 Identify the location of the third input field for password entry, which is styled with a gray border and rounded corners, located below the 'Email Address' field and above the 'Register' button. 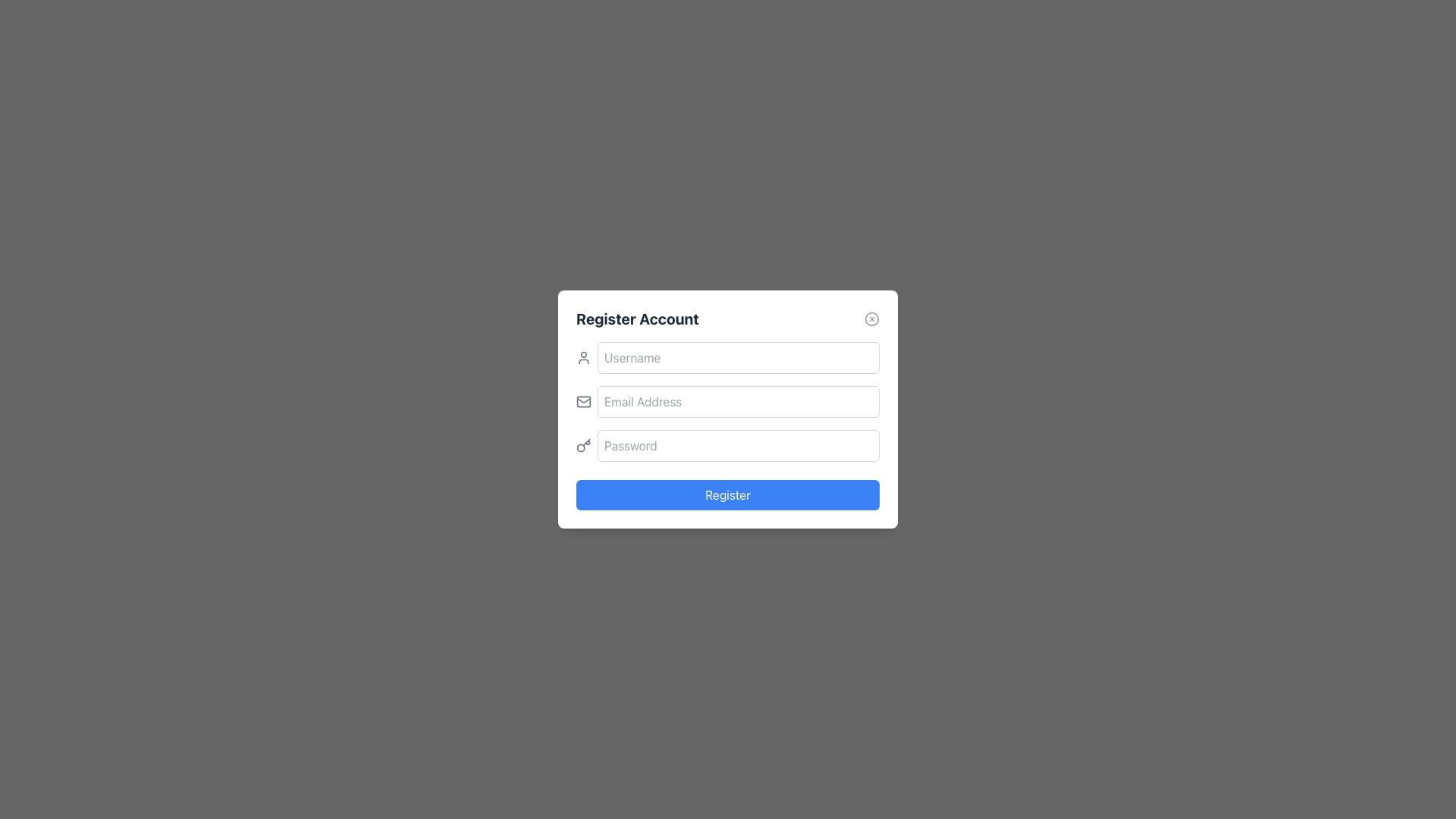
(728, 444).